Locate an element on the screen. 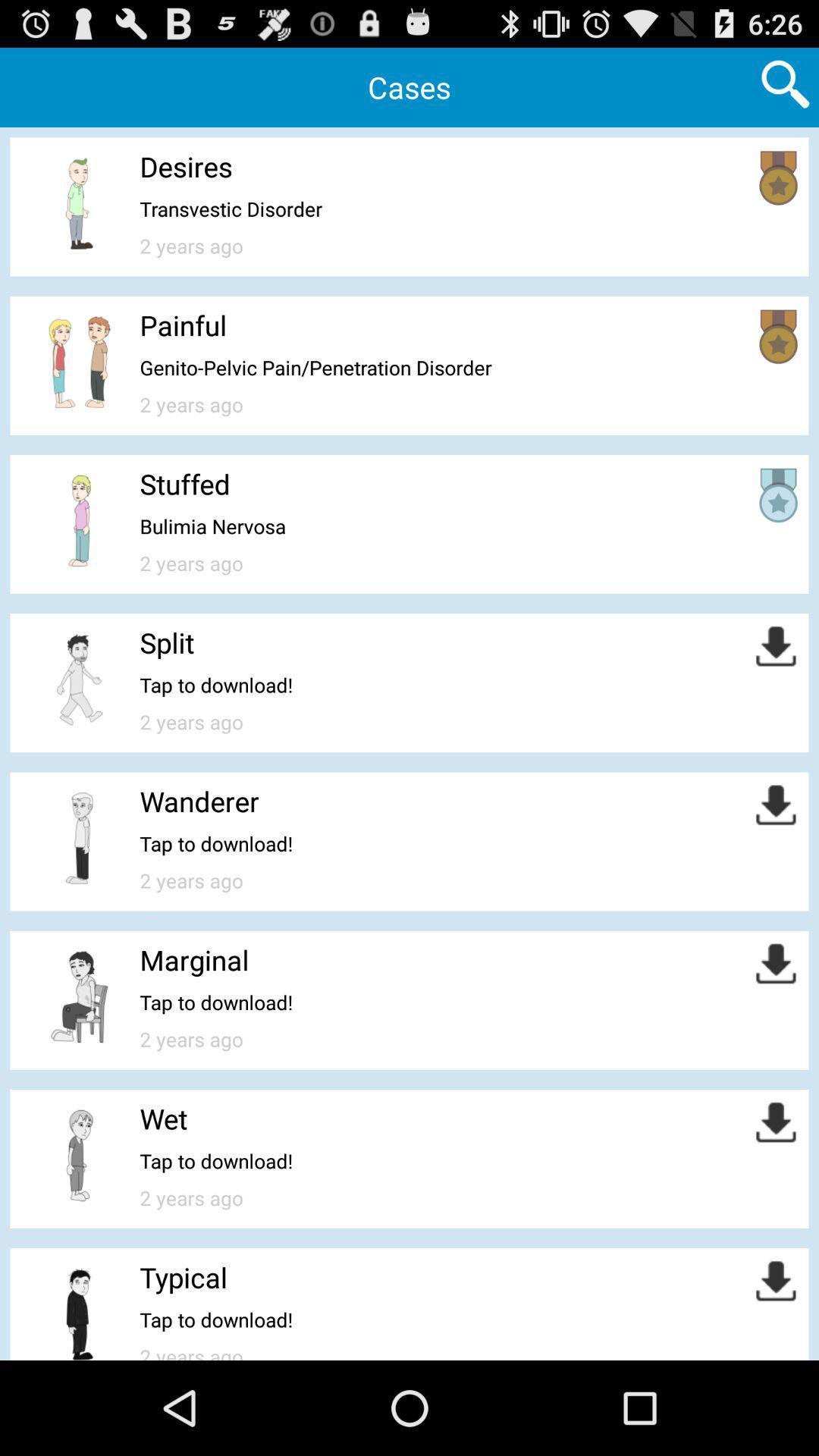 This screenshot has height=1456, width=819. the split is located at coordinates (167, 642).